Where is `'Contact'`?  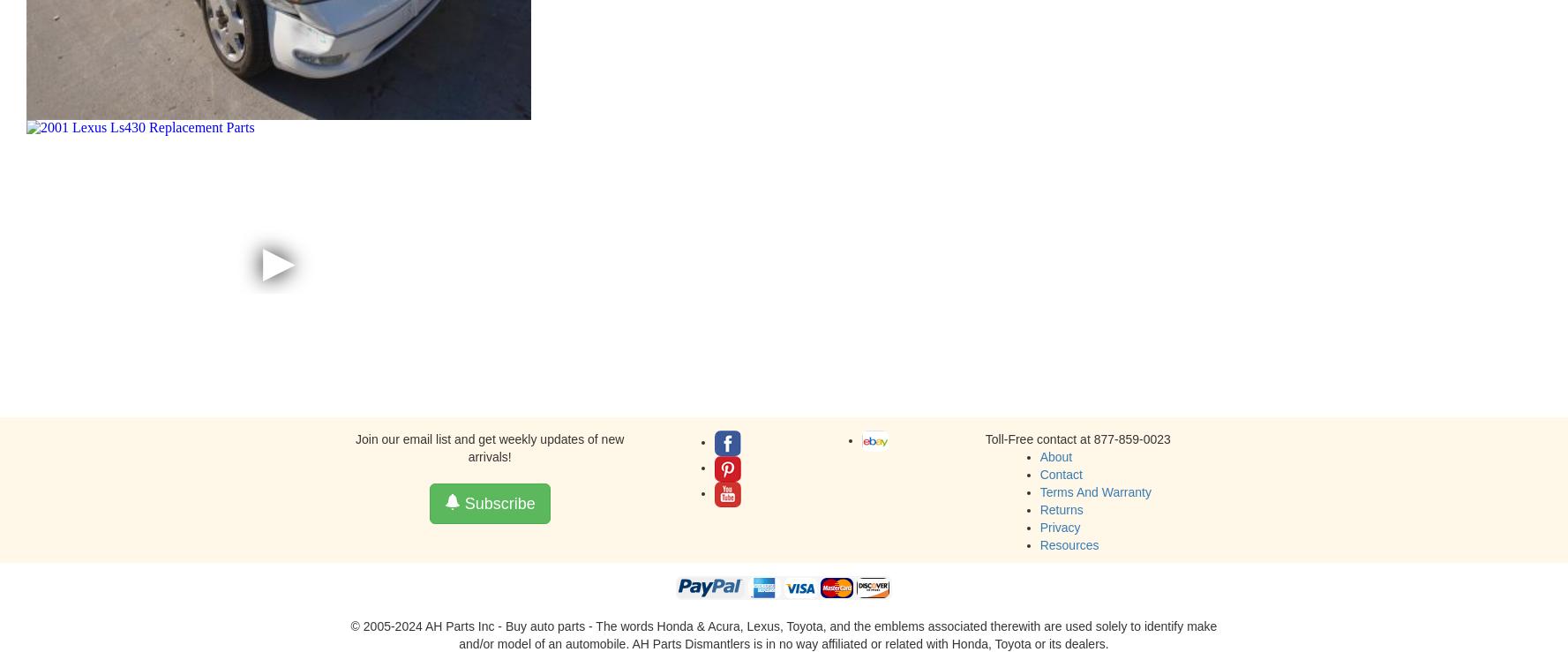
'Contact' is located at coordinates (1039, 474).